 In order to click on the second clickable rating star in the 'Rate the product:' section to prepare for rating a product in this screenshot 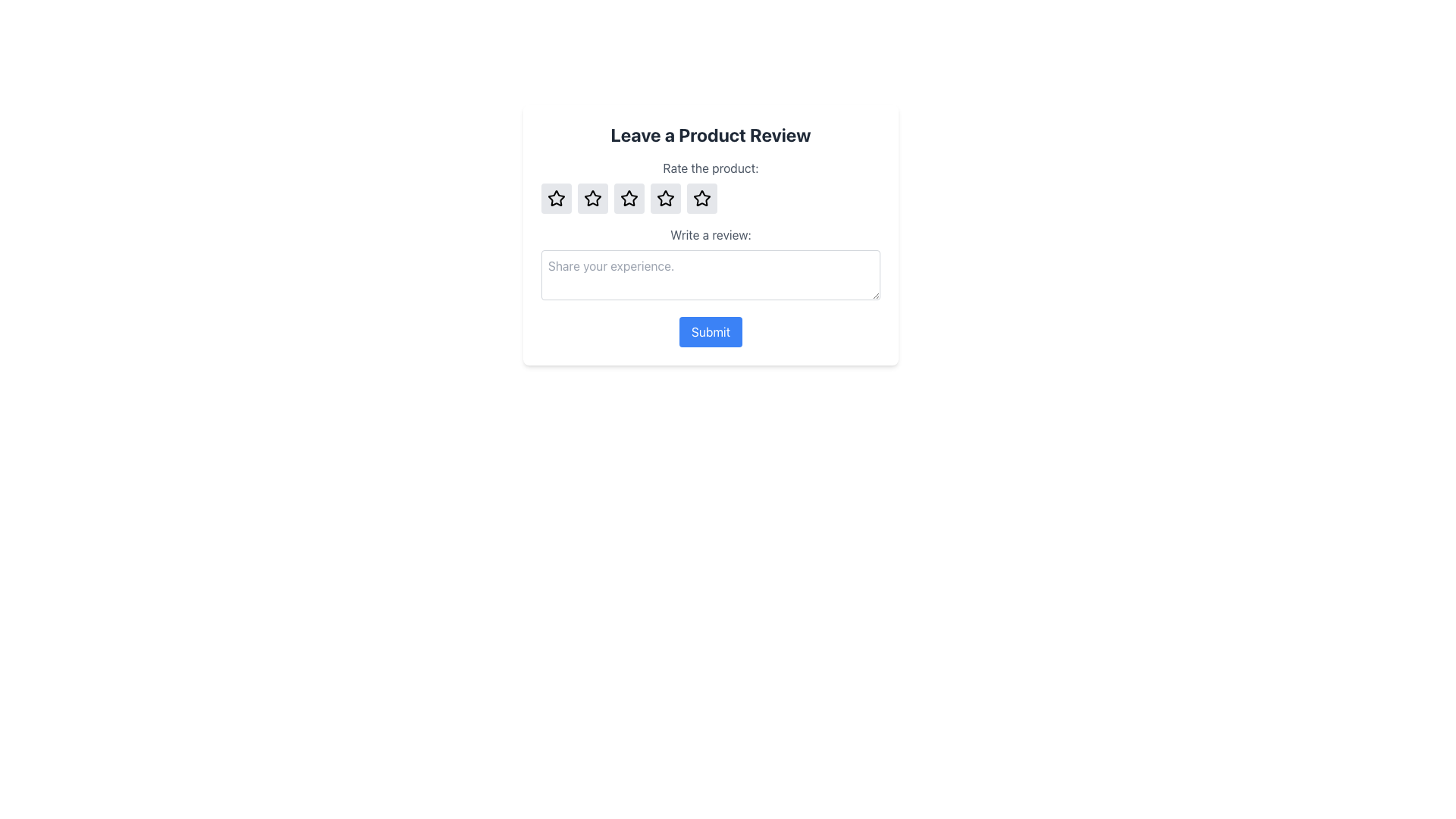, I will do `click(592, 198)`.